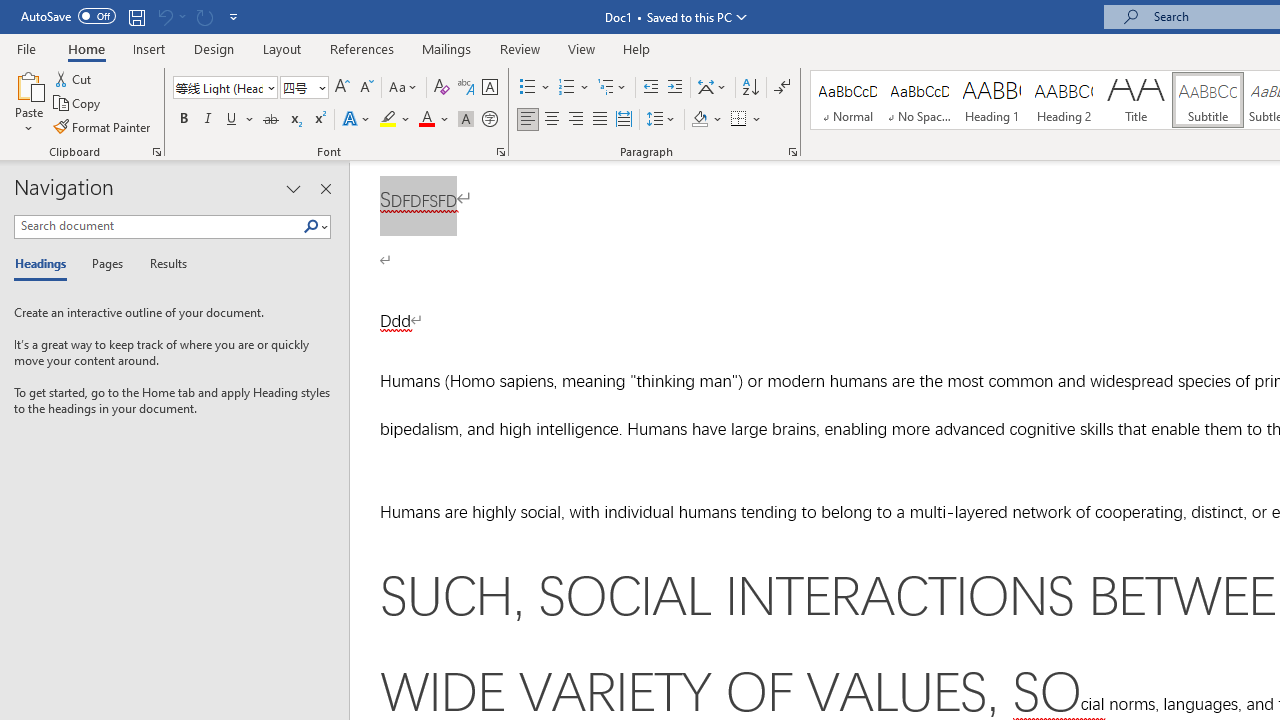  I want to click on 'Font Color Red', so click(425, 119).